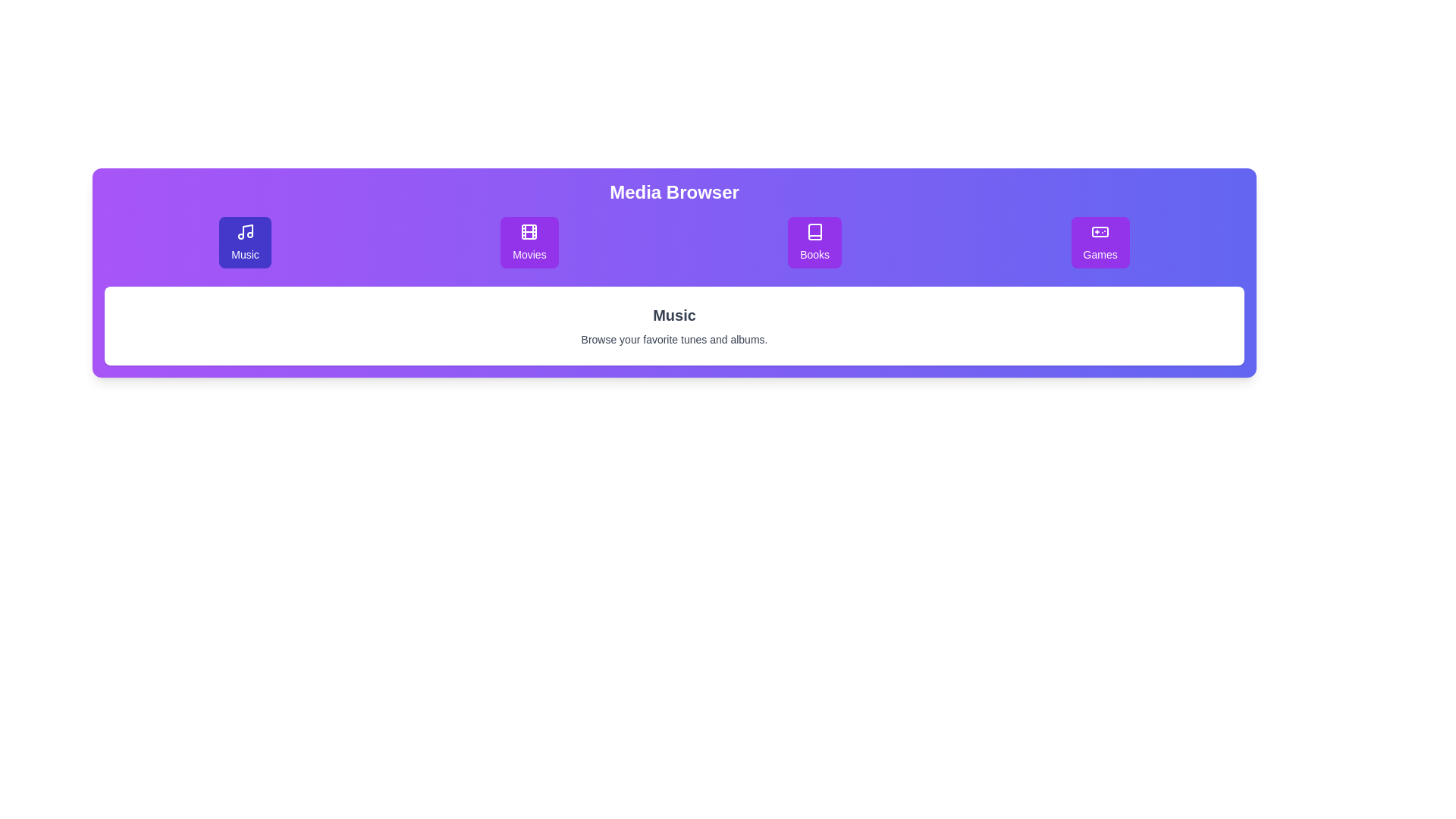 The width and height of the screenshot is (1456, 819). I want to click on text label that says 'Music', which is located beneath a music icon in a rounded rectangular button with a purple background, so click(245, 253).